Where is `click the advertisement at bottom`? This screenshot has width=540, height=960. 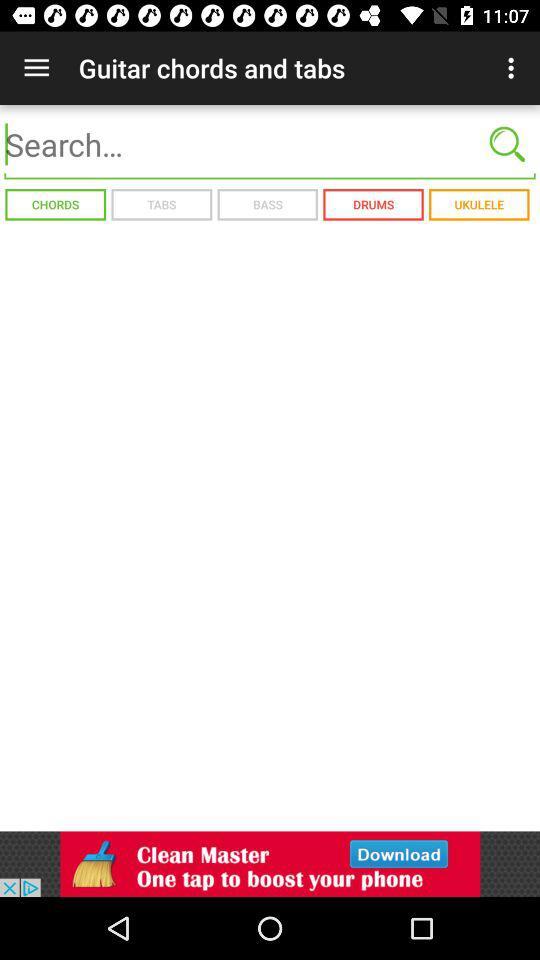 click the advertisement at bottom is located at coordinates (270, 863).